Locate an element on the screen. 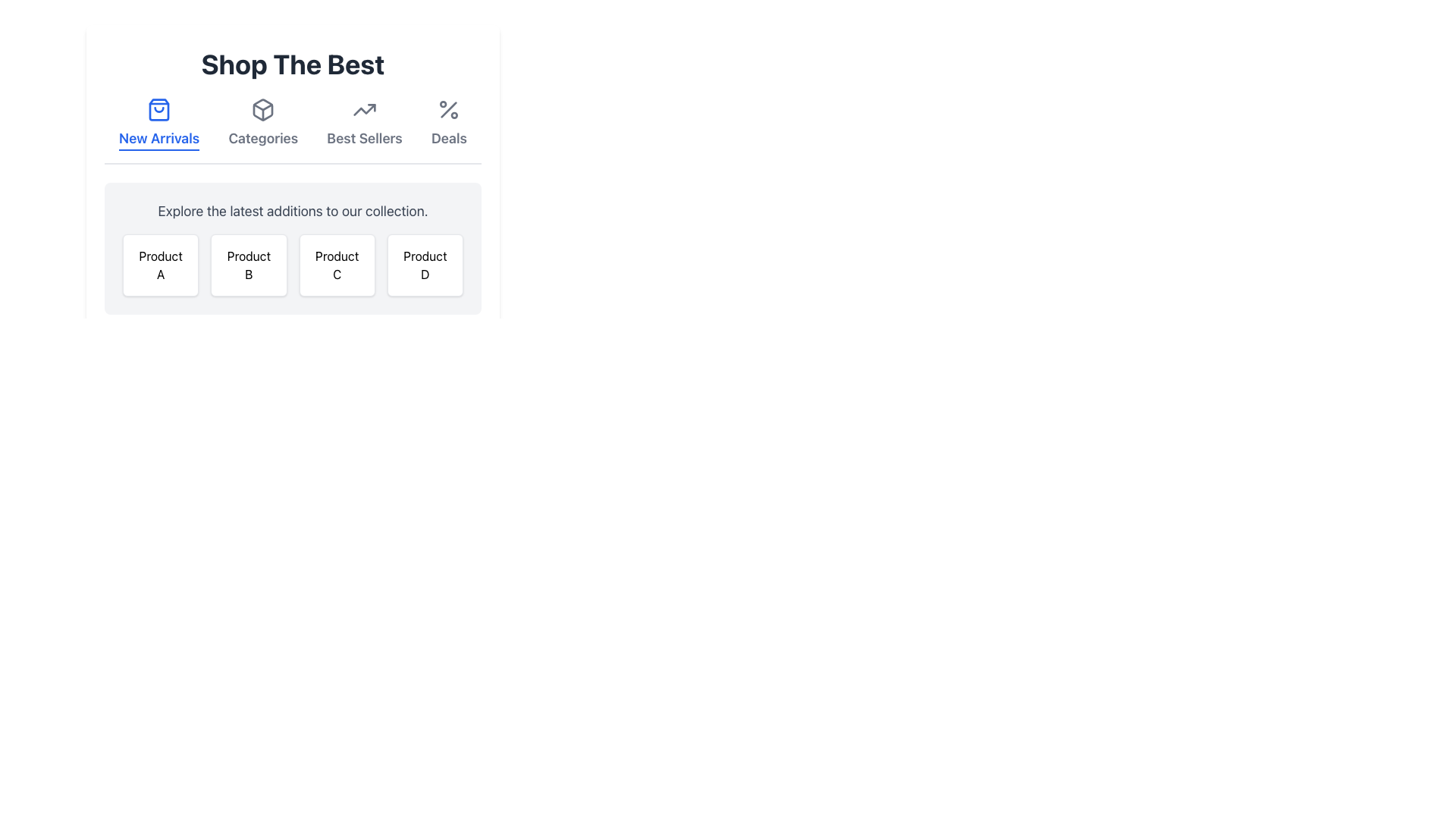 The height and width of the screenshot is (819, 1456). the second option in the central horizontal navigation menu labeled 'Categories' is located at coordinates (262, 124).